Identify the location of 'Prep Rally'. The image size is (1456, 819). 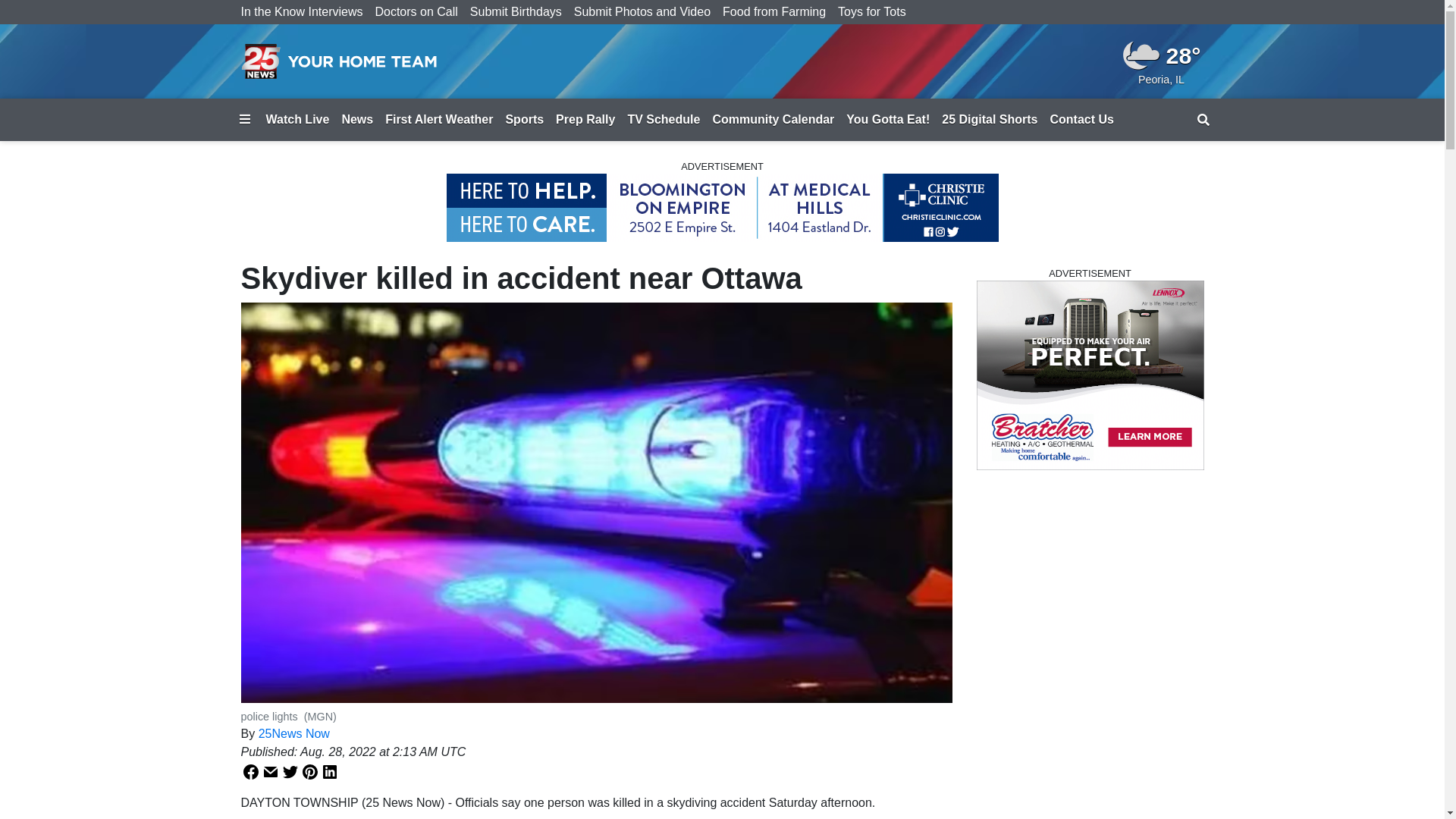
(548, 119).